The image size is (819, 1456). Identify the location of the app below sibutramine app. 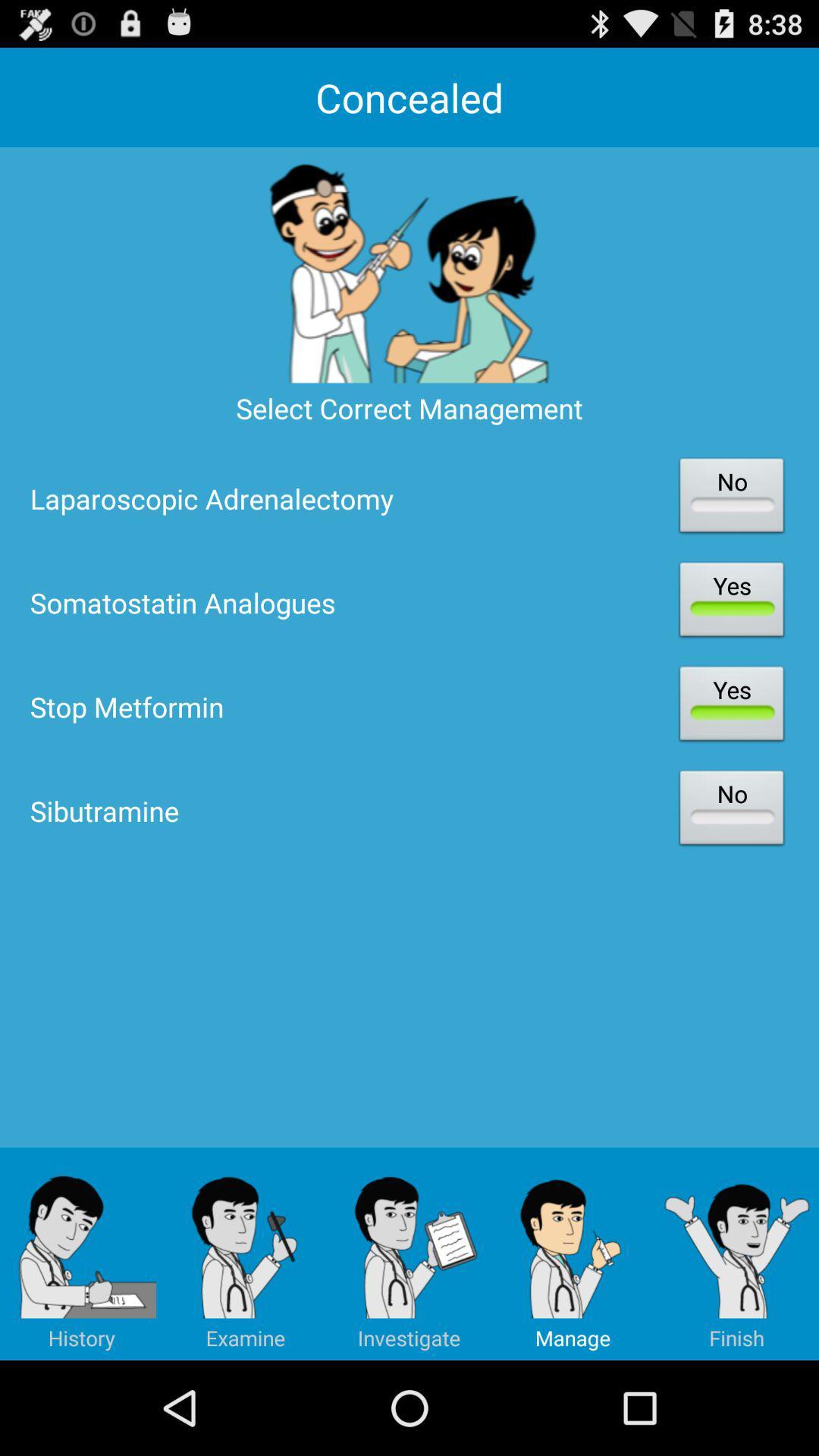
(736, 1254).